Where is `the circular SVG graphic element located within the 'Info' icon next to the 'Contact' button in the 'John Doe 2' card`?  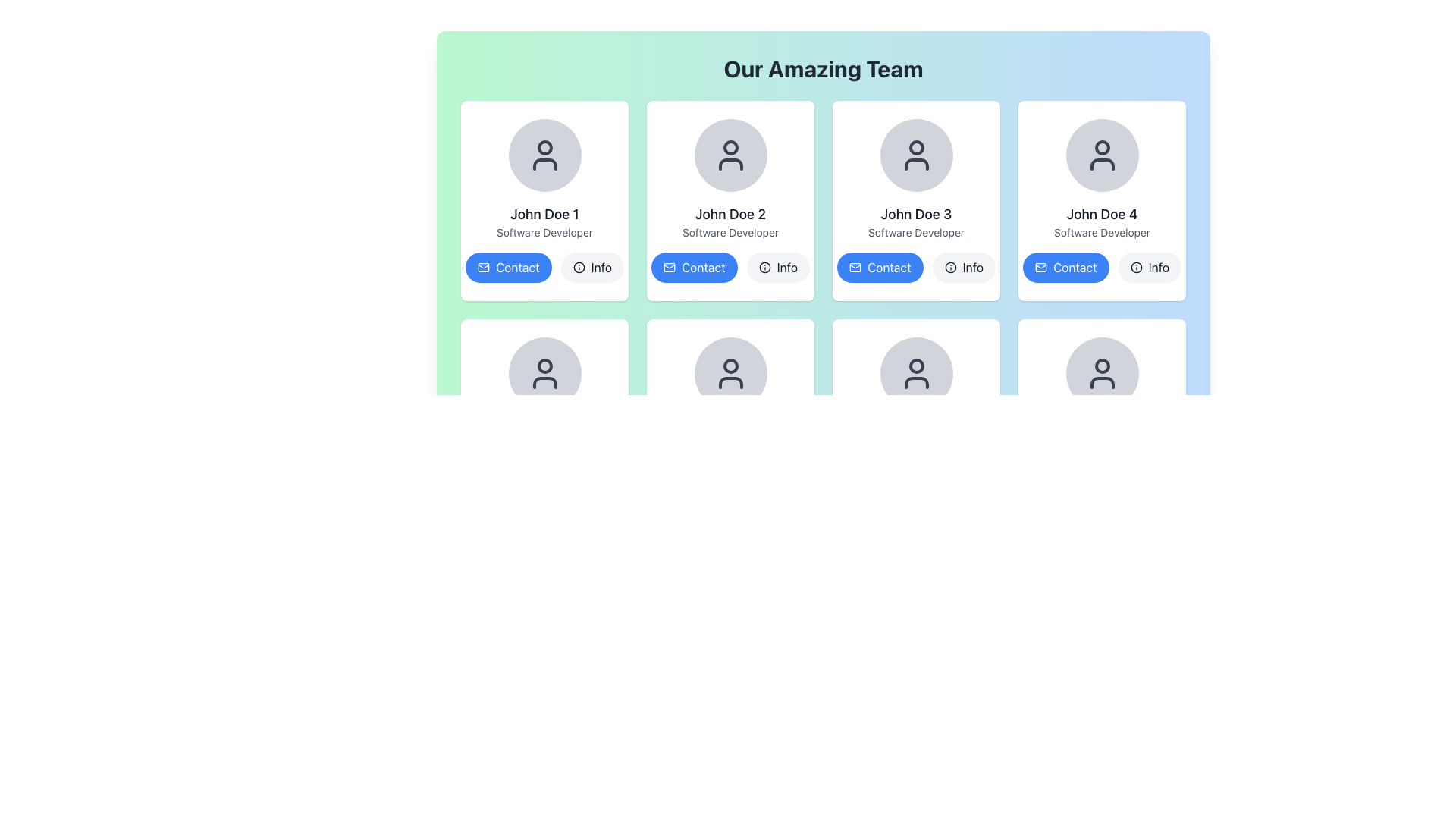
the circular SVG graphic element located within the 'Info' icon next to the 'Contact' button in the 'John Doe 2' card is located at coordinates (578, 267).